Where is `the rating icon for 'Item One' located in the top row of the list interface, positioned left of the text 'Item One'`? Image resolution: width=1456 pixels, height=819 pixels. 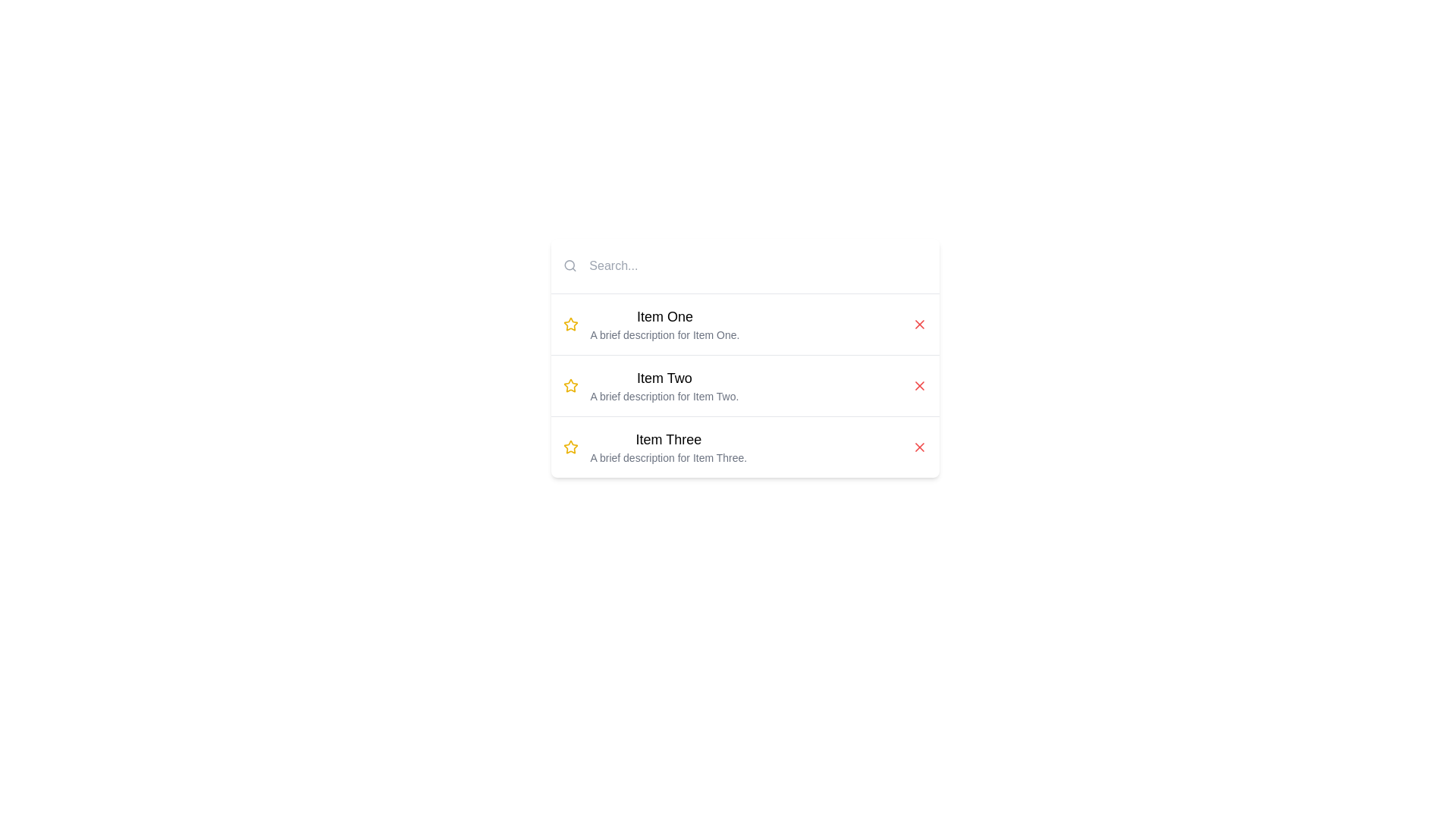
the rating icon for 'Item One' located in the top row of the list interface, positioned left of the text 'Item One' is located at coordinates (570, 324).